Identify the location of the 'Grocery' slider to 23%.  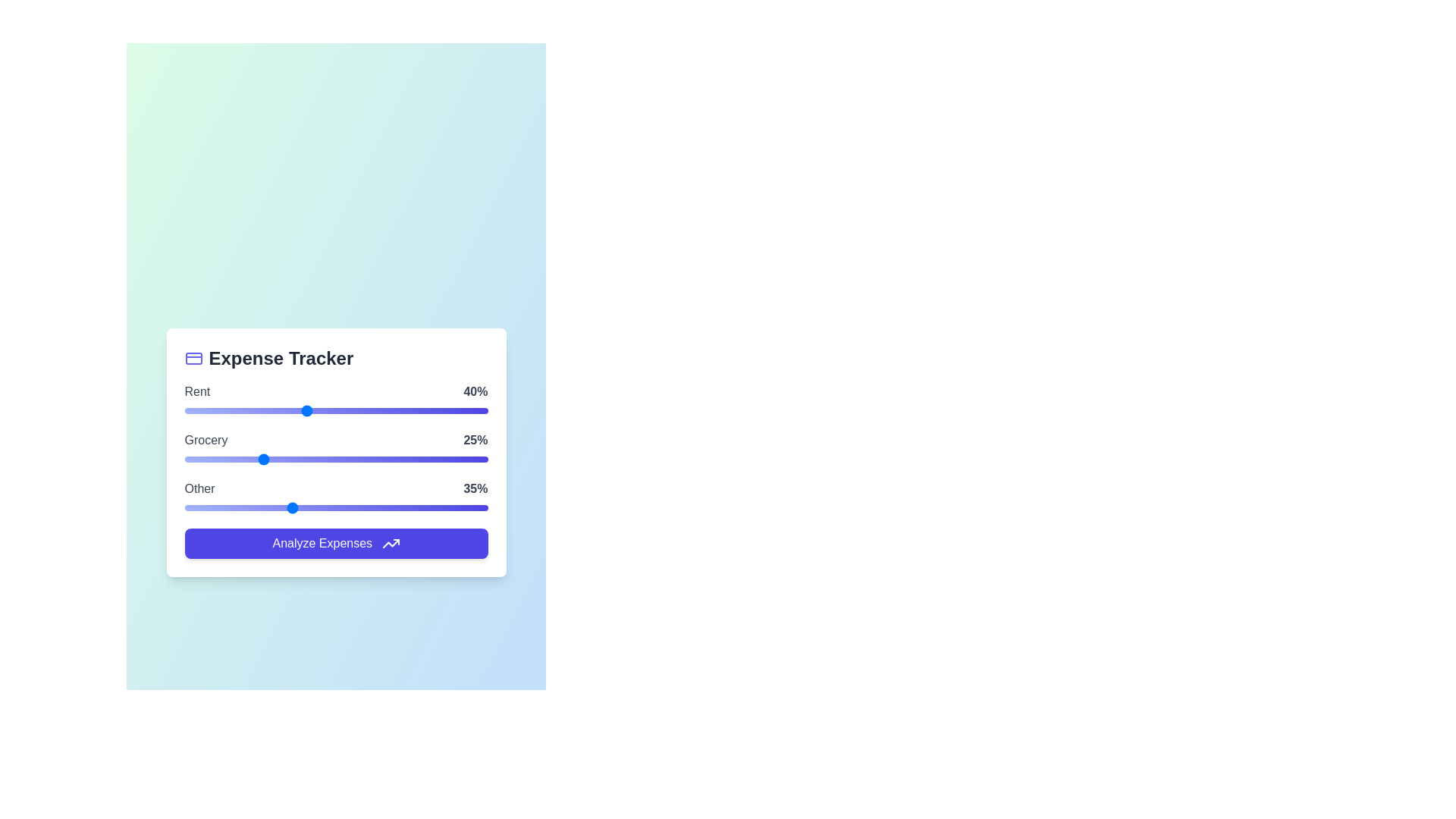
(254, 458).